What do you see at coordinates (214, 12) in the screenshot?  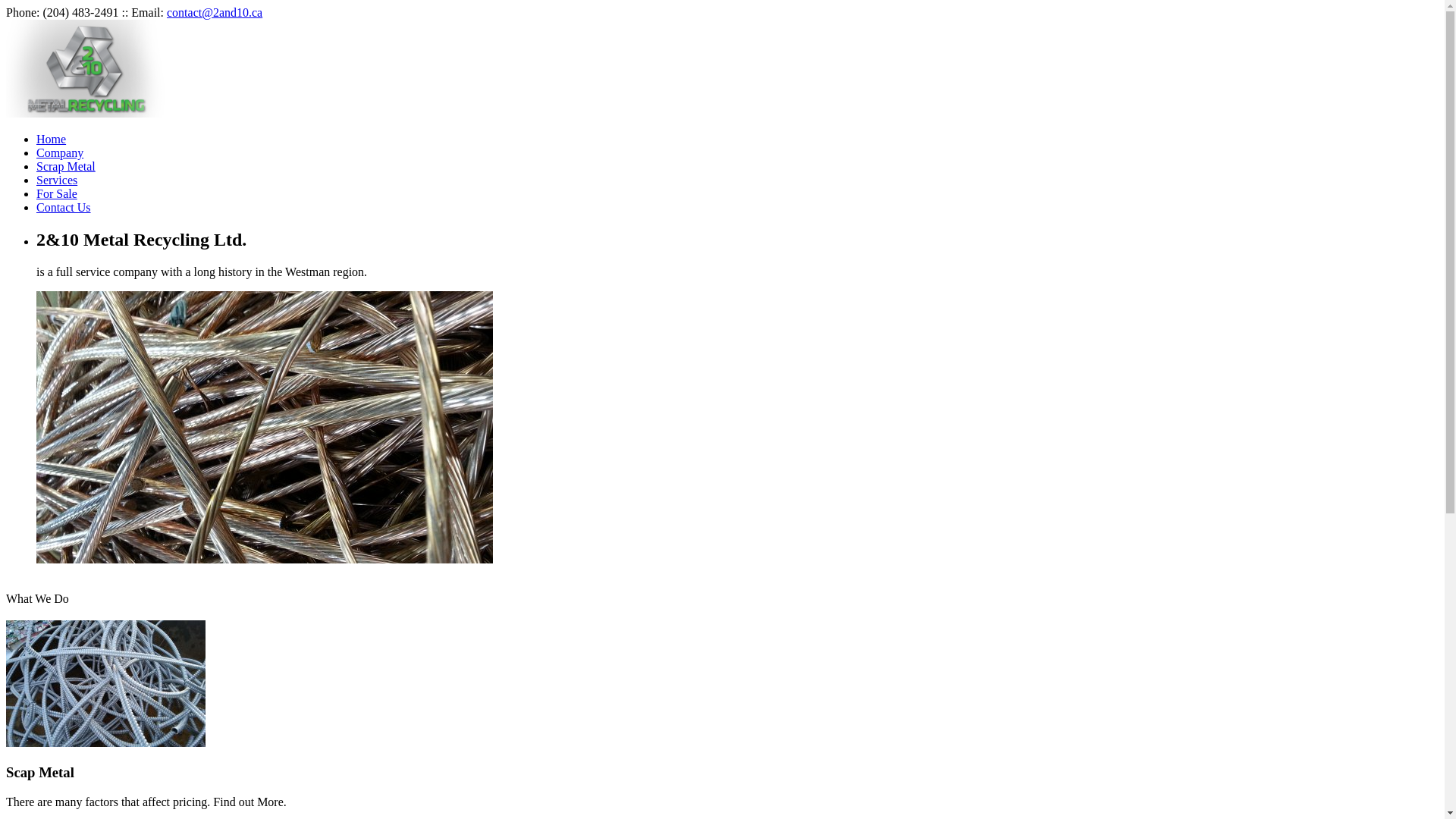 I see `'contact@2and10.ca'` at bounding box center [214, 12].